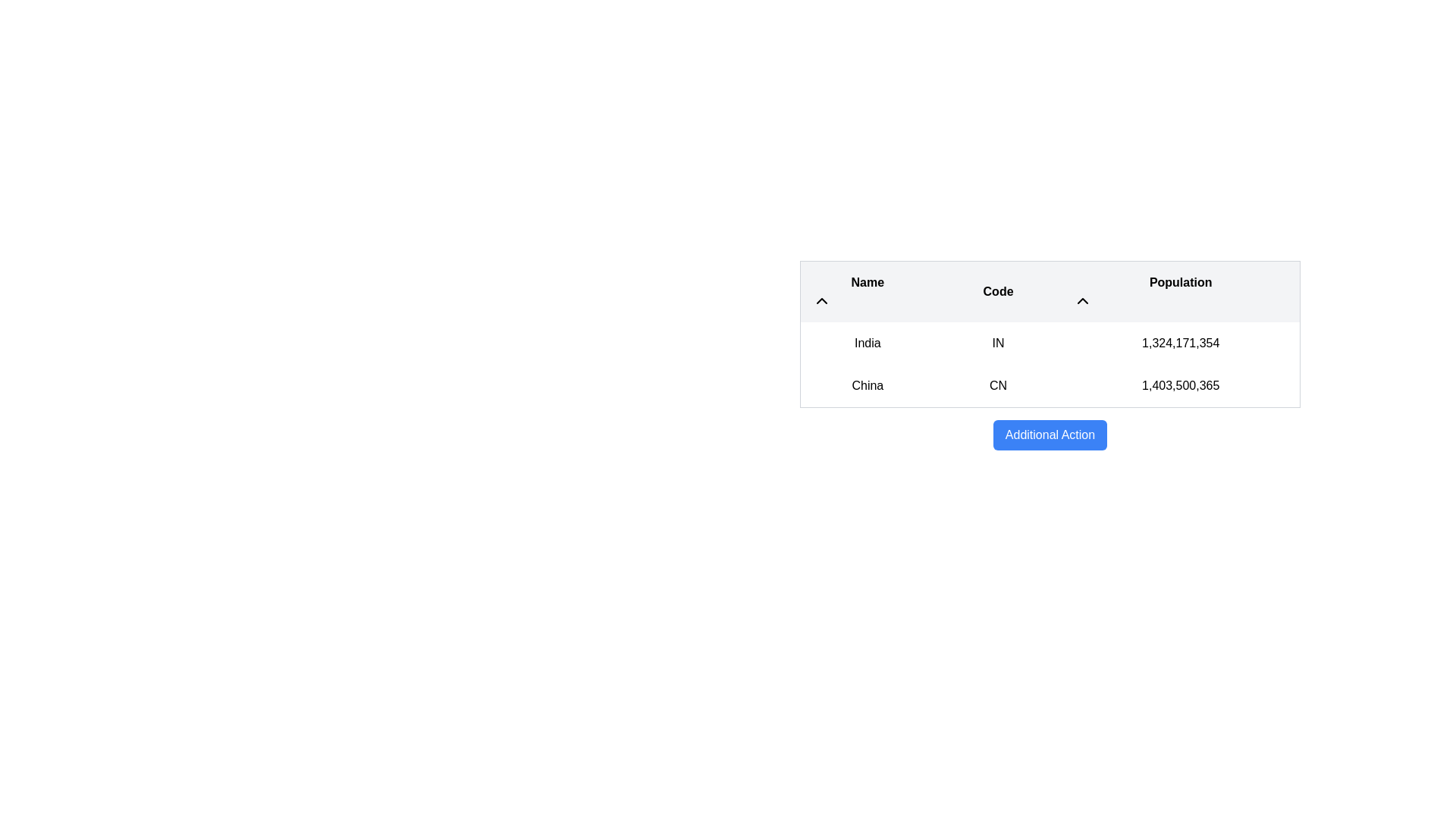  What do you see at coordinates (1050, 435) in the screenshot?
I see `the rectangular blue button labeled 'Additional Action', which is positioned directly below the table listing countries and their populations` at bounding box center [1050, 435].